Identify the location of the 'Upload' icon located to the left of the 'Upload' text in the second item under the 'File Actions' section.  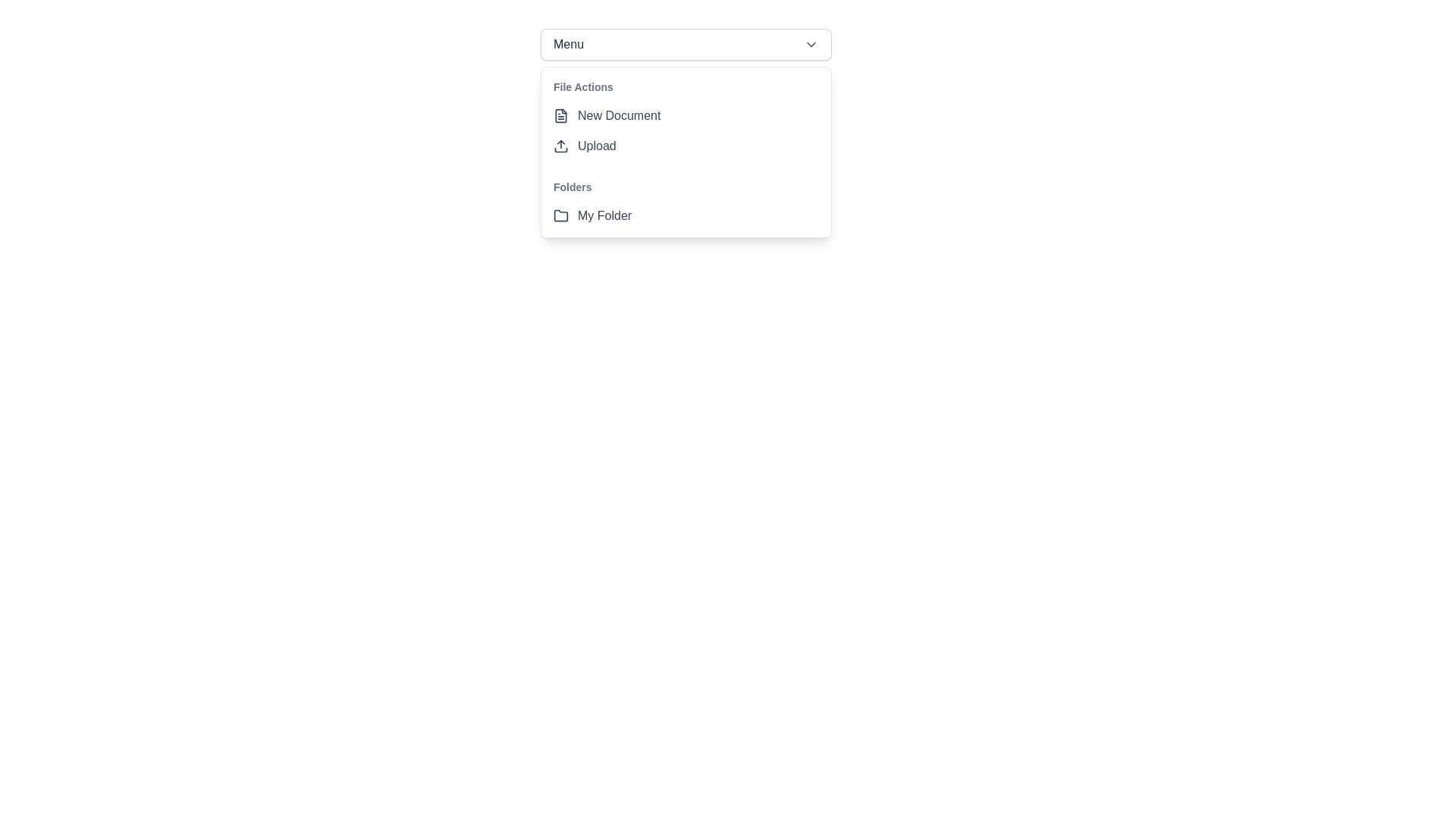
(560, 146).